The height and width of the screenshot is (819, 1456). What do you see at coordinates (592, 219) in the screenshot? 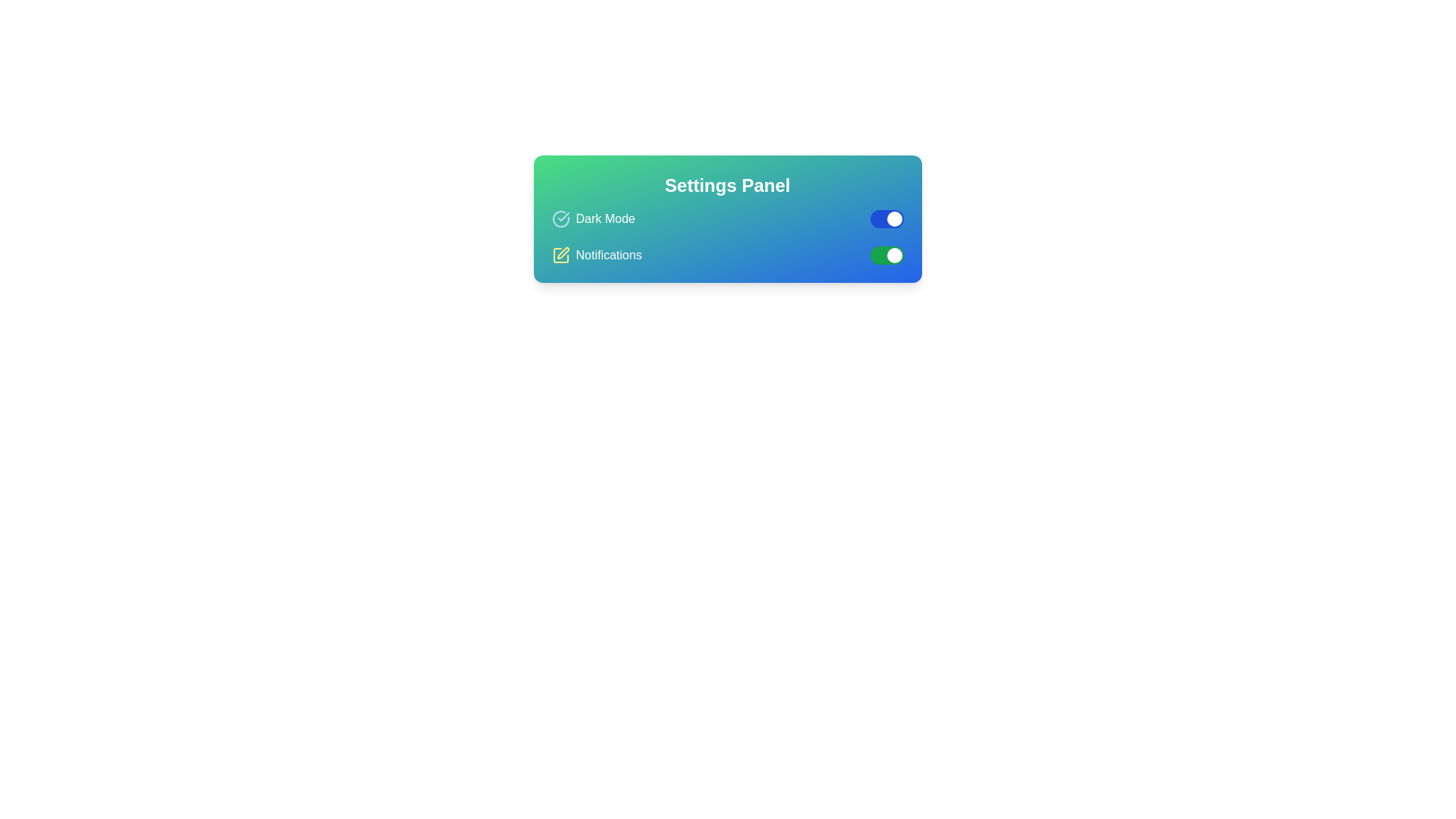
I see `the 'Dark Mode' toggle element, which consists of an icon and a label text, located at the top-left corner of the settings panel` at bounding box center [592, 219].